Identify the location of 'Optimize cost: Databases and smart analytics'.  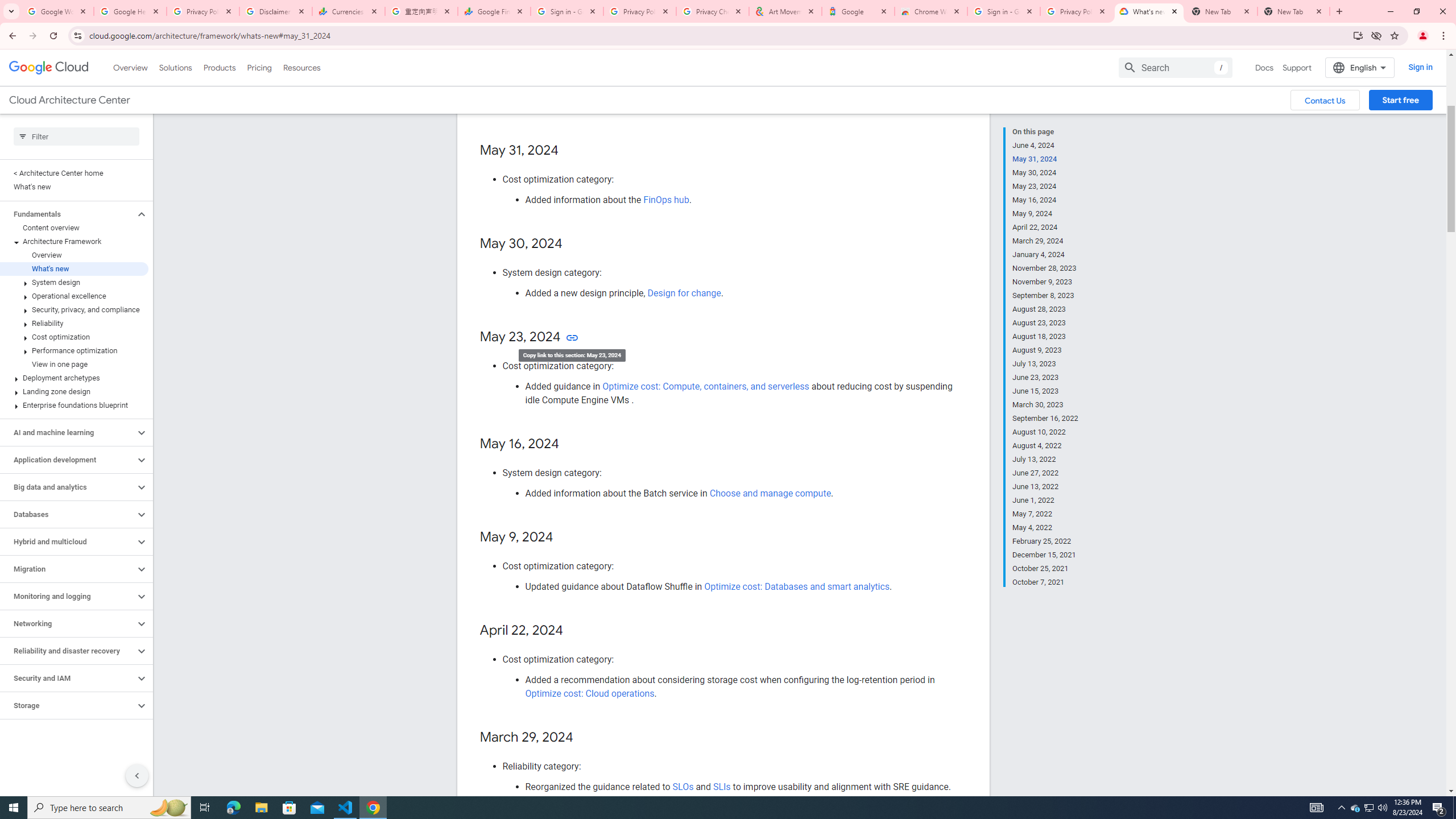
(797, 586).